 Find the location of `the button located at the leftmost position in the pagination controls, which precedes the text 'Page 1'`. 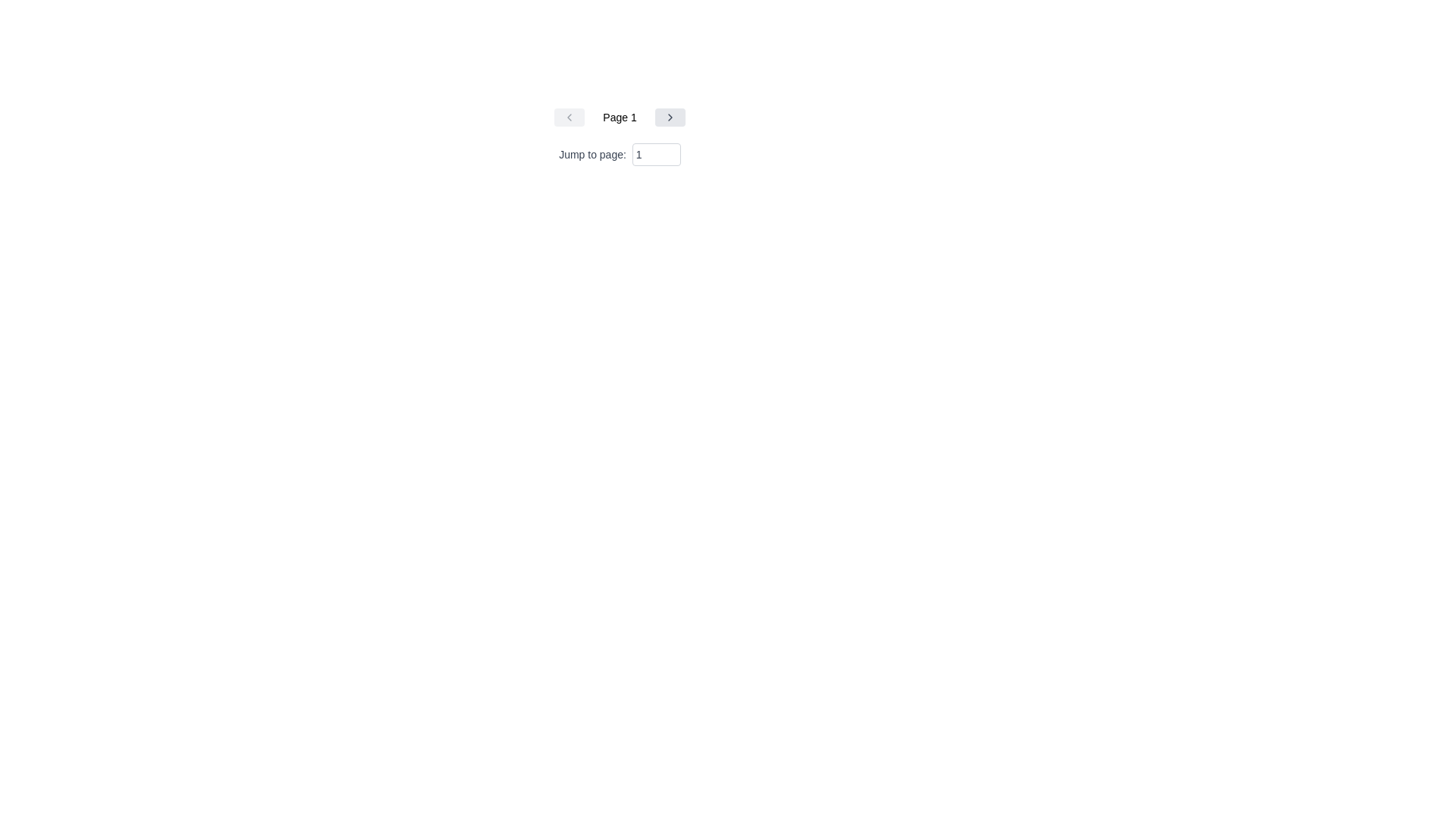

the button located at the leftmost position in the pagination controls, which precedes the text 'Page 1' is located at coordinates (569, 116).